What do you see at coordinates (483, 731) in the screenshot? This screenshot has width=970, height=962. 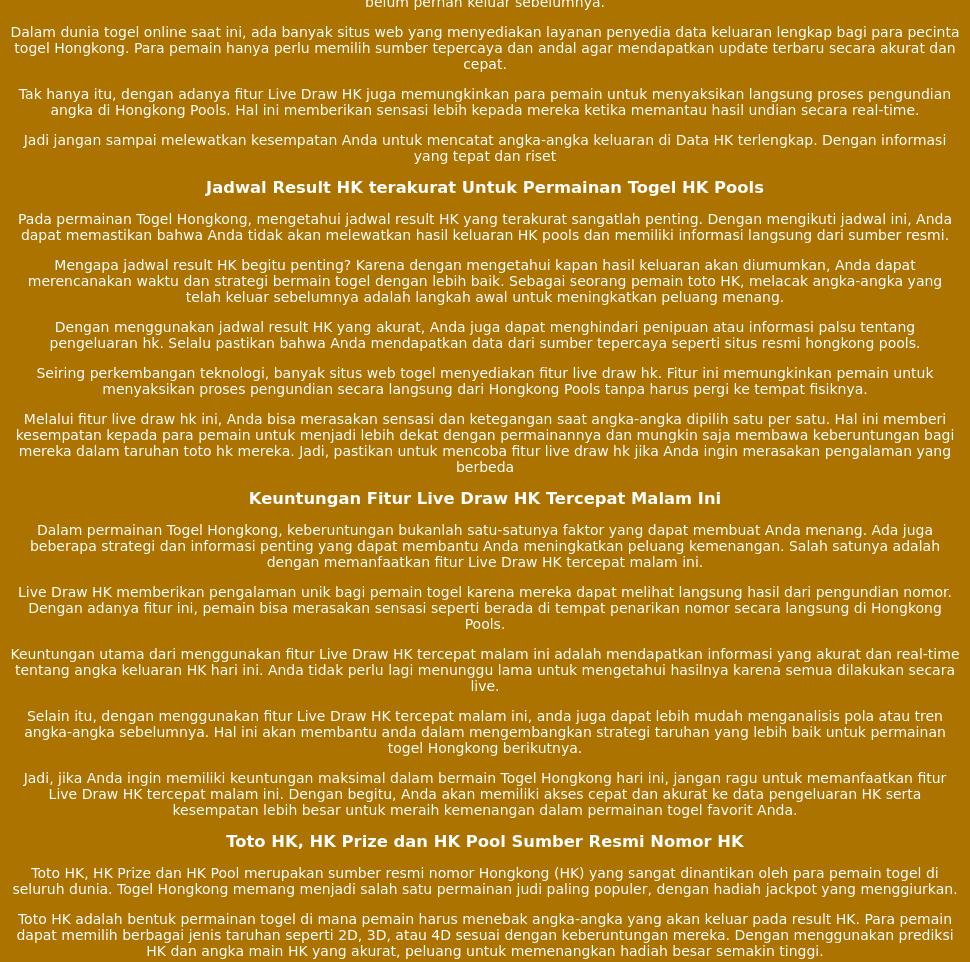 I see `'Selain itu, dengan menggunakan fitur Live Draw HK tercepat malam ini, anda juga dapat lebih mudah menganalisis pola atau tren angka-angka sebelumnya. Hal ini akan membantu anda dalam mengembangkan strategi taruhan yang lebih baik untuk permainan togel Hongkong berikutnya.'` at bounding box center [483, 731].